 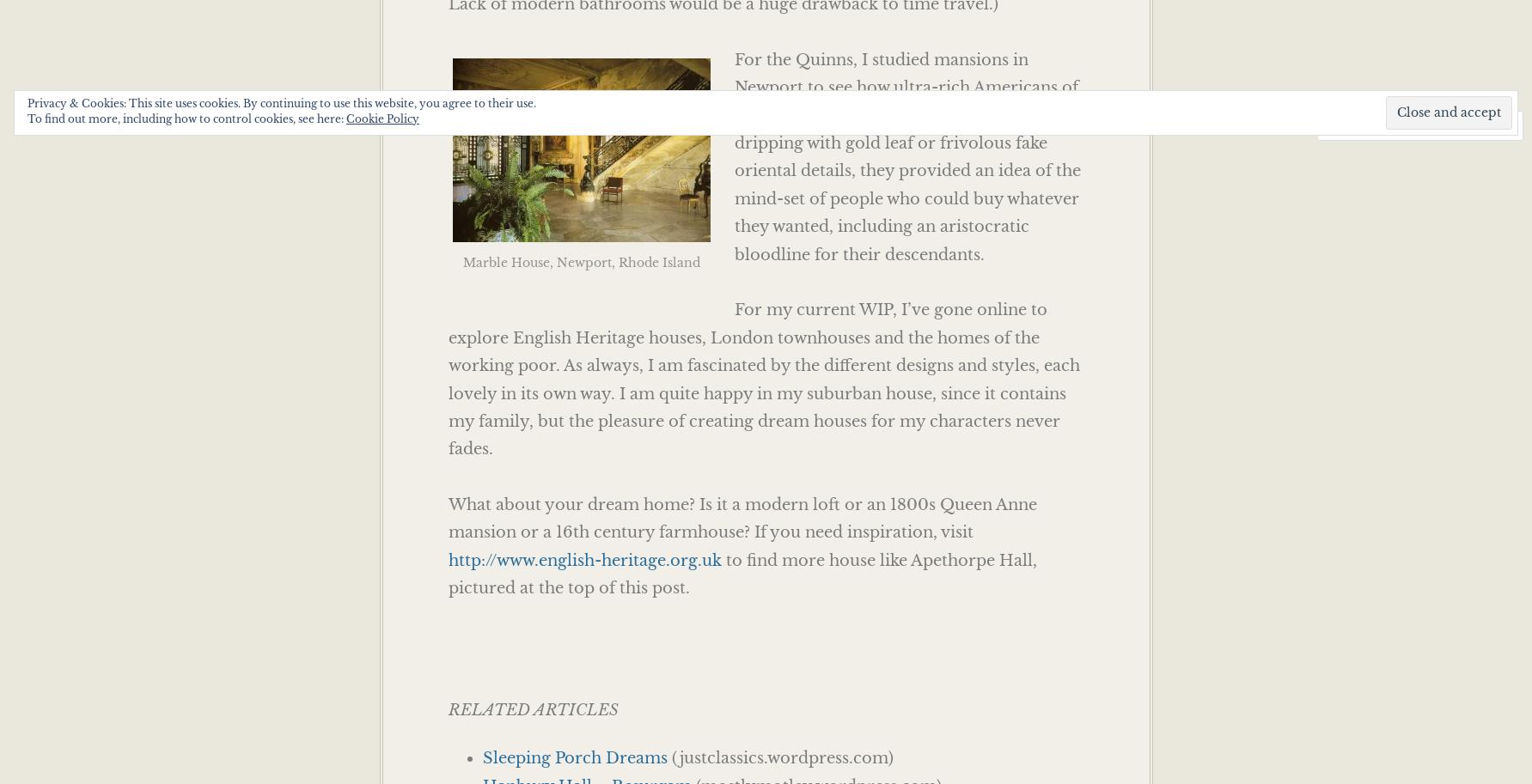 What do you see at coordinates (574, 757) in the screenshot?
I see `'Sleeping Porch Dreams'` at bounding box center [574, 757].